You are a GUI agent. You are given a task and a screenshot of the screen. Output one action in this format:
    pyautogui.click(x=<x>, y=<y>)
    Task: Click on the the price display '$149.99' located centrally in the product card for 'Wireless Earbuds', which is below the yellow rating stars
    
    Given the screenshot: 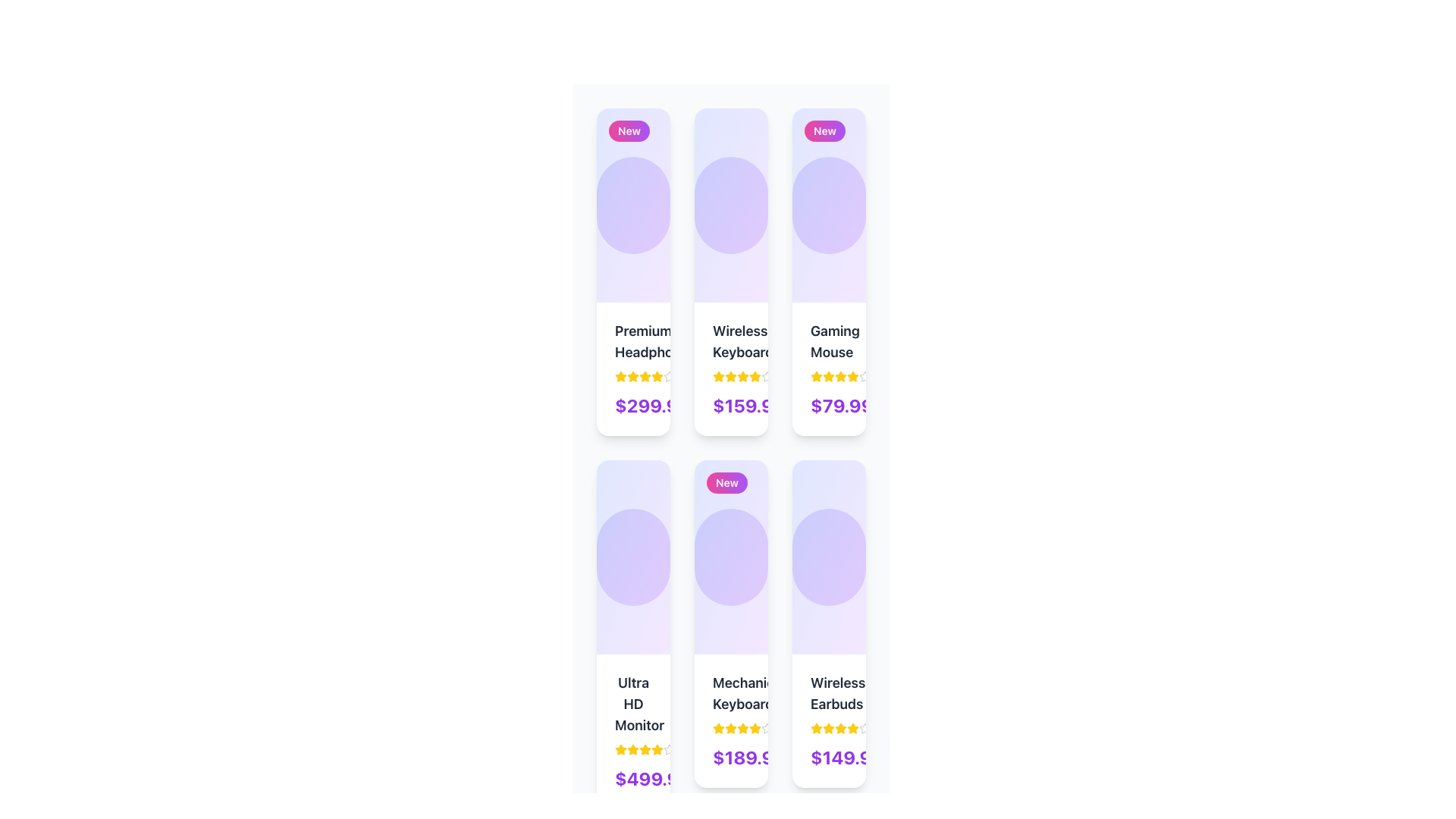 What is the action you would take?
    pyautogui.click(x=828, y=758)
    